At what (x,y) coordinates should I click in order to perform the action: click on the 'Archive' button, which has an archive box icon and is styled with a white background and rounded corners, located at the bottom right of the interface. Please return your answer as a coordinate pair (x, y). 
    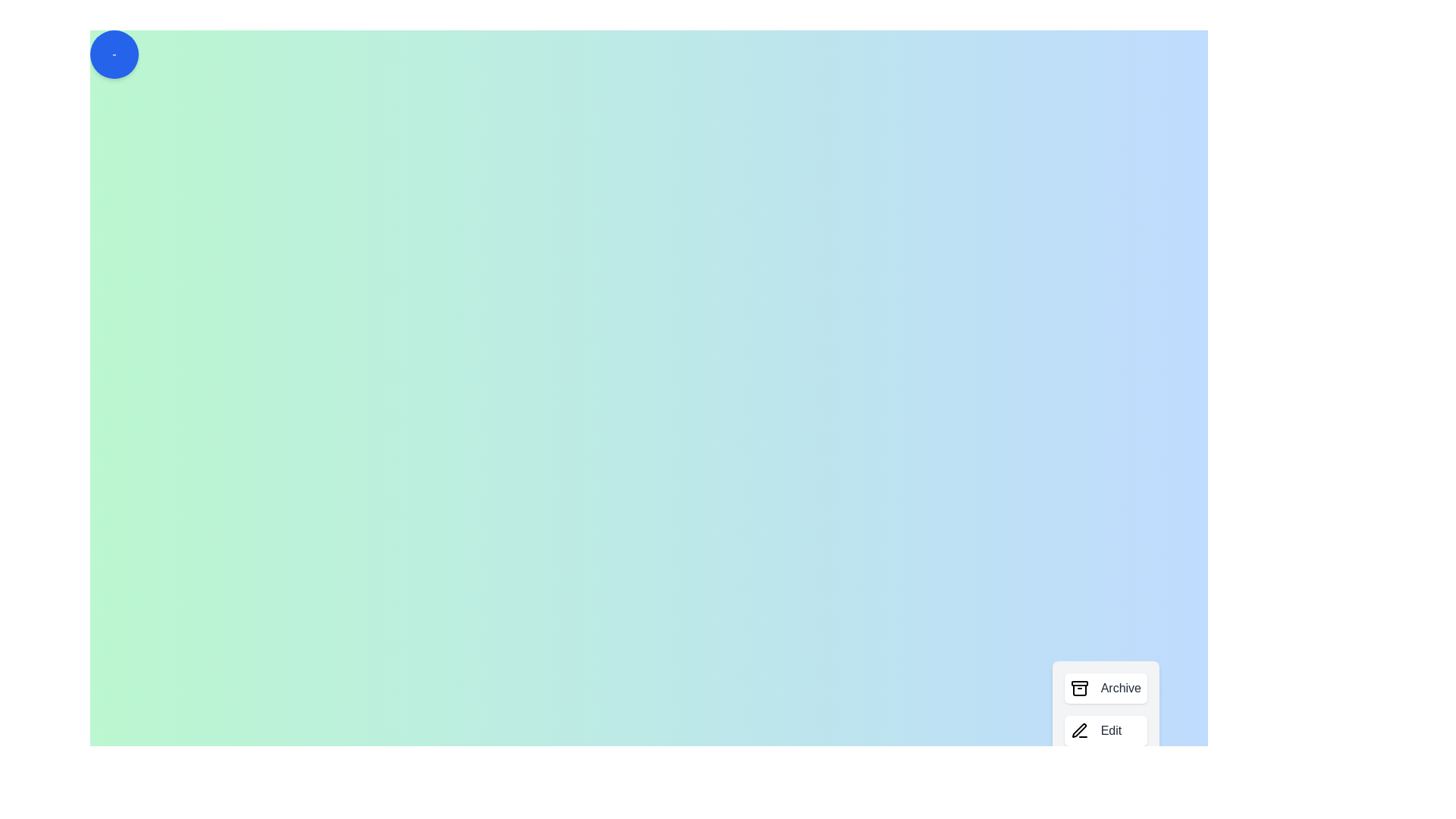
    Looking at the image, I should click on (1106, 688).